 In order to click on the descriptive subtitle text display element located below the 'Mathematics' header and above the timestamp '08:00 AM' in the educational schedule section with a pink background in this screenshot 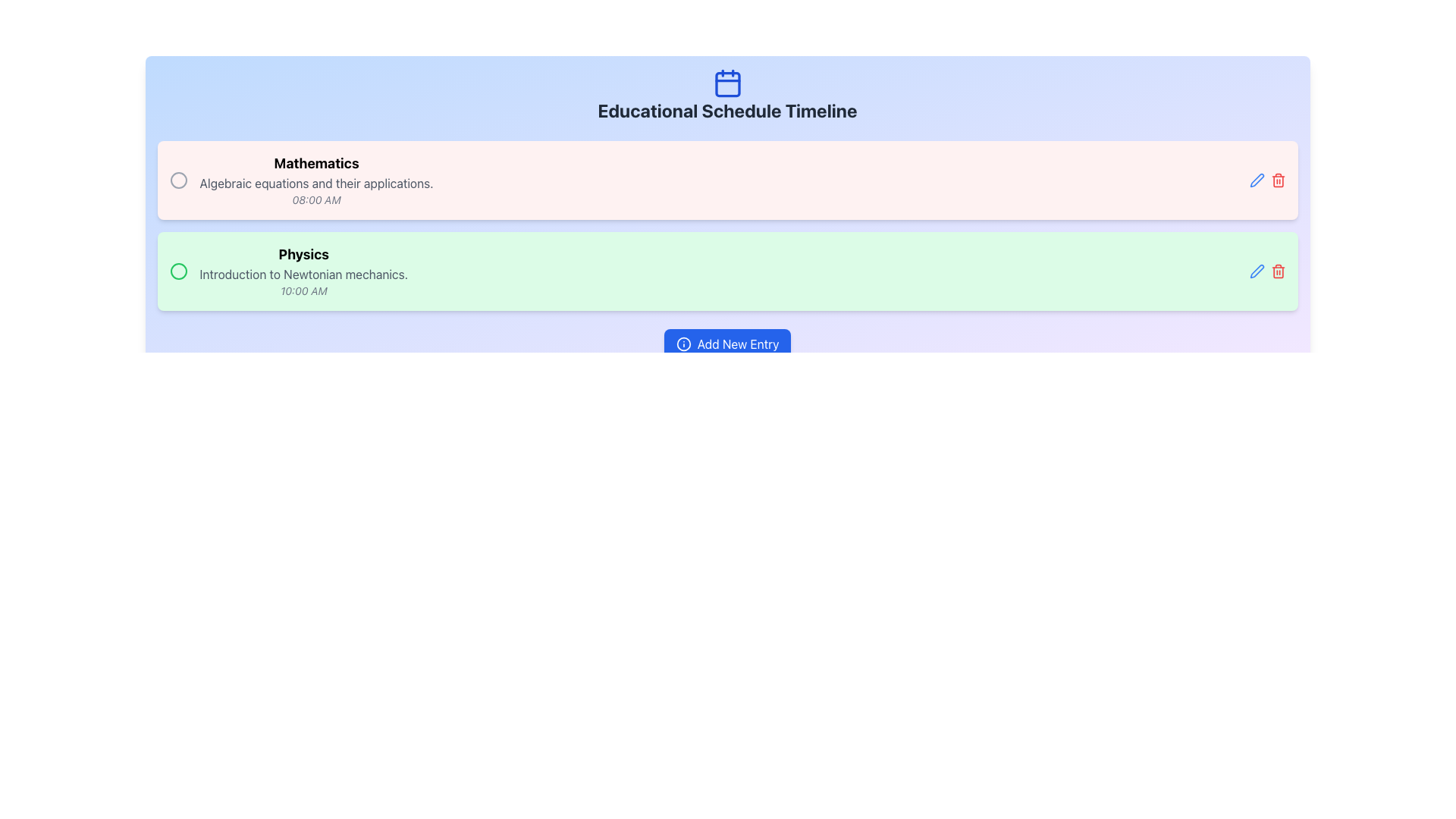, I will do `click(315, 183)`.